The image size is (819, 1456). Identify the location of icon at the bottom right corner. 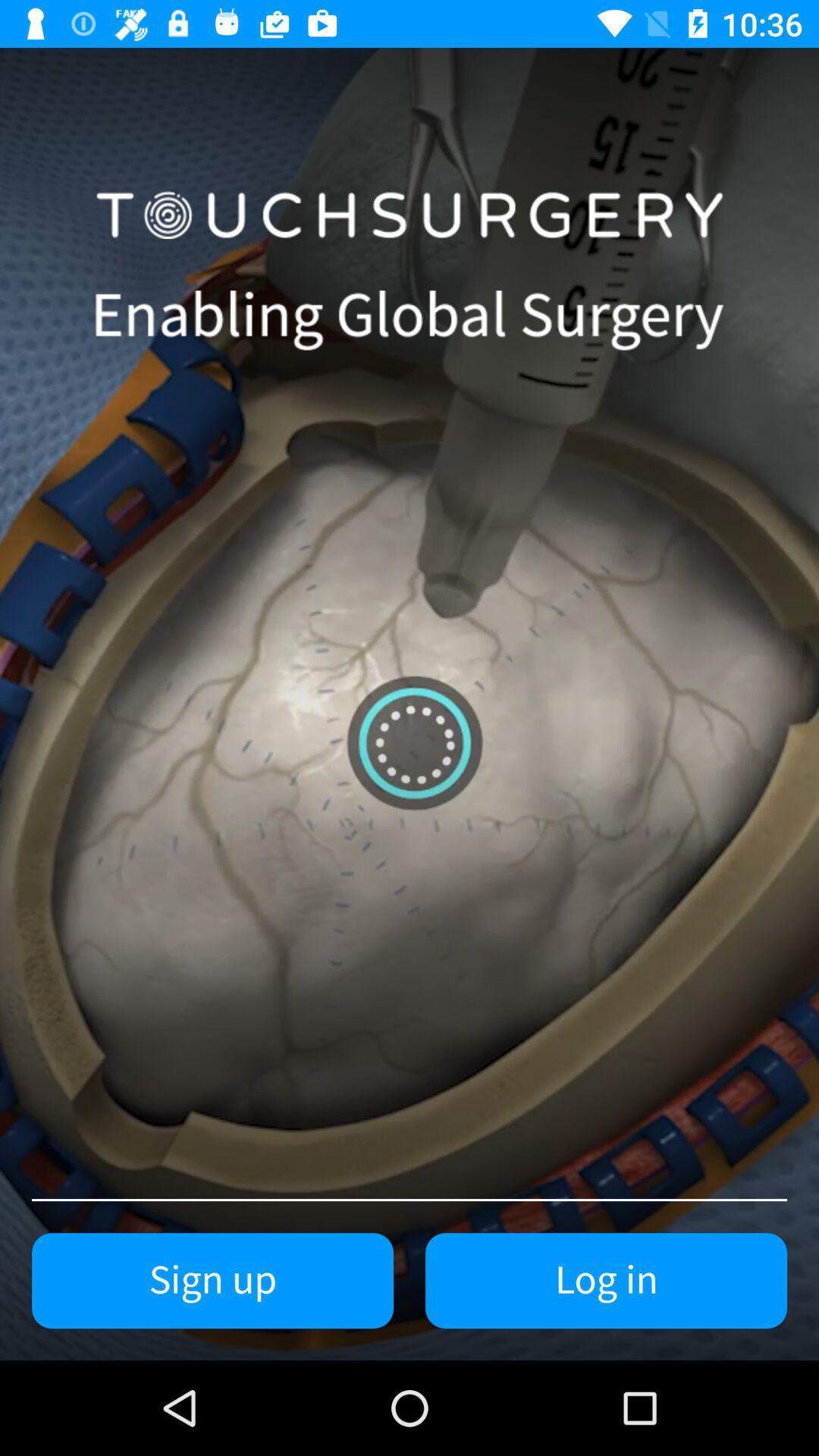
(605, 1280).